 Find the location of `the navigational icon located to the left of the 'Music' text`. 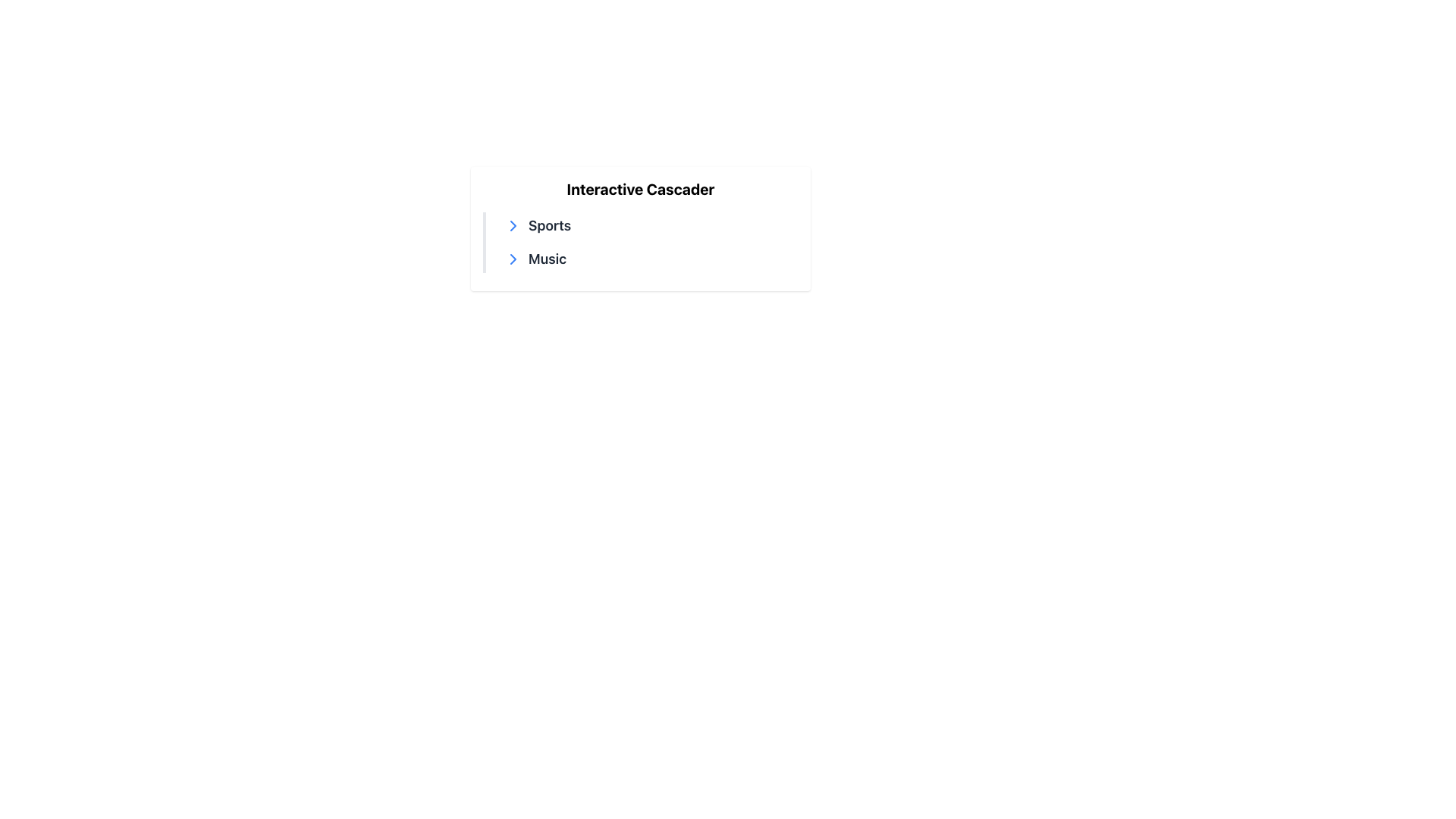

the navigational icon located to the left of the 'Music' text is located at coordinates (513, 259).